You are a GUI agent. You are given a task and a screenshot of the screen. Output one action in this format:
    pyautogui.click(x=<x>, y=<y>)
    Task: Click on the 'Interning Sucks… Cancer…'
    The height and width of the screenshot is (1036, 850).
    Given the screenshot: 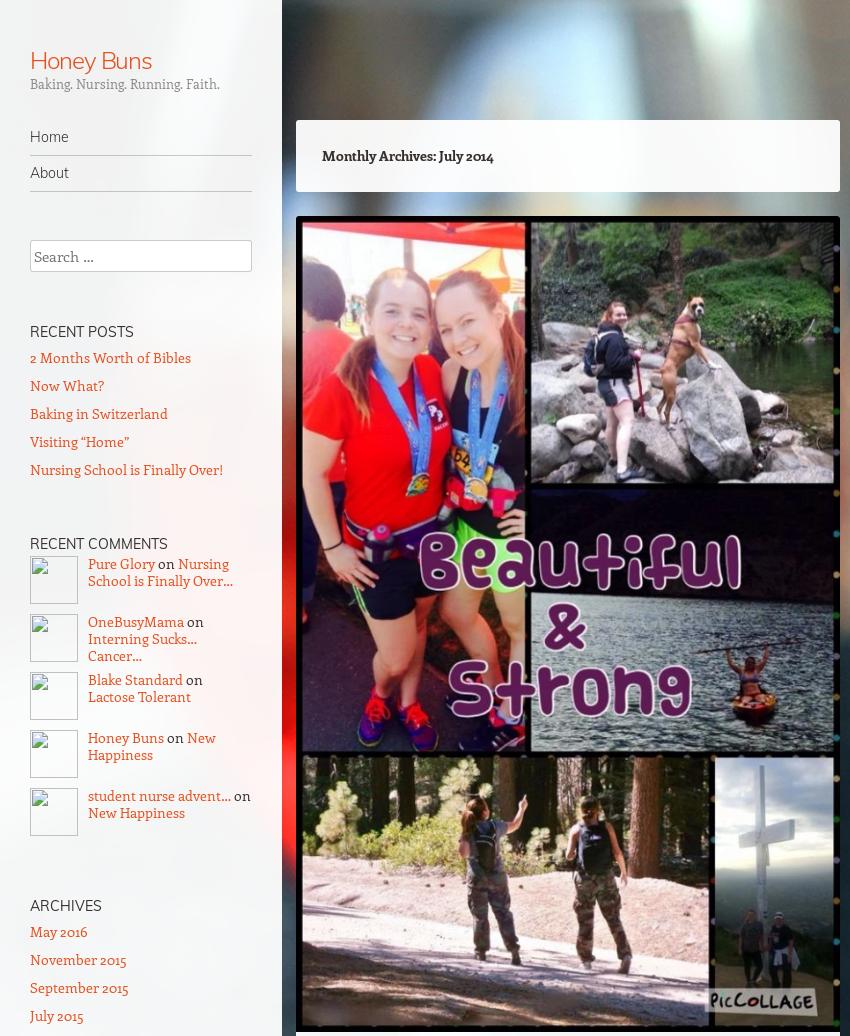 What is the action you would take?
    pyautogui.click(x=142, y=646)
    